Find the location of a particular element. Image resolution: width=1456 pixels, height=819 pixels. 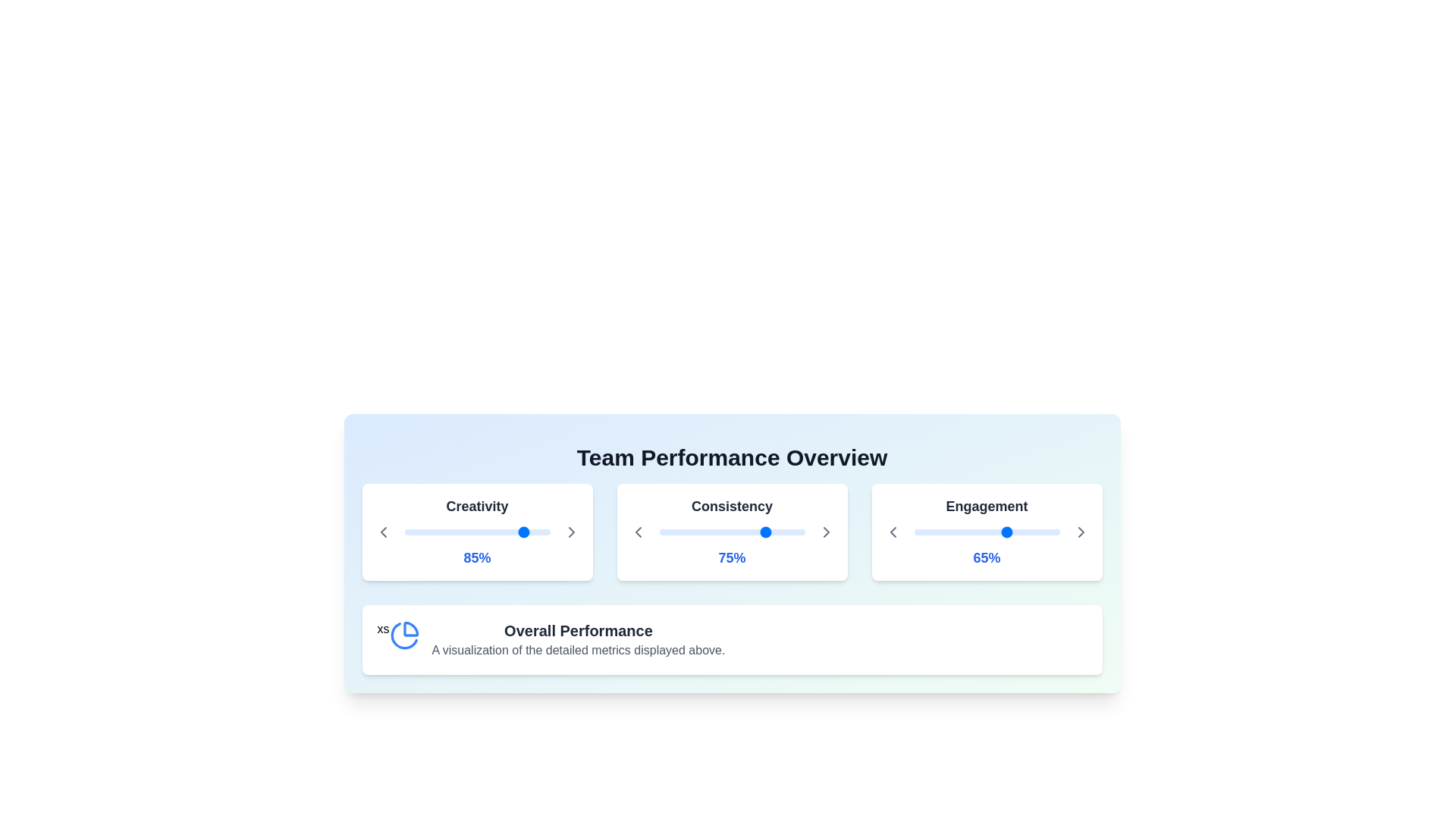

Creativity level is located at coordinates (412, 532).